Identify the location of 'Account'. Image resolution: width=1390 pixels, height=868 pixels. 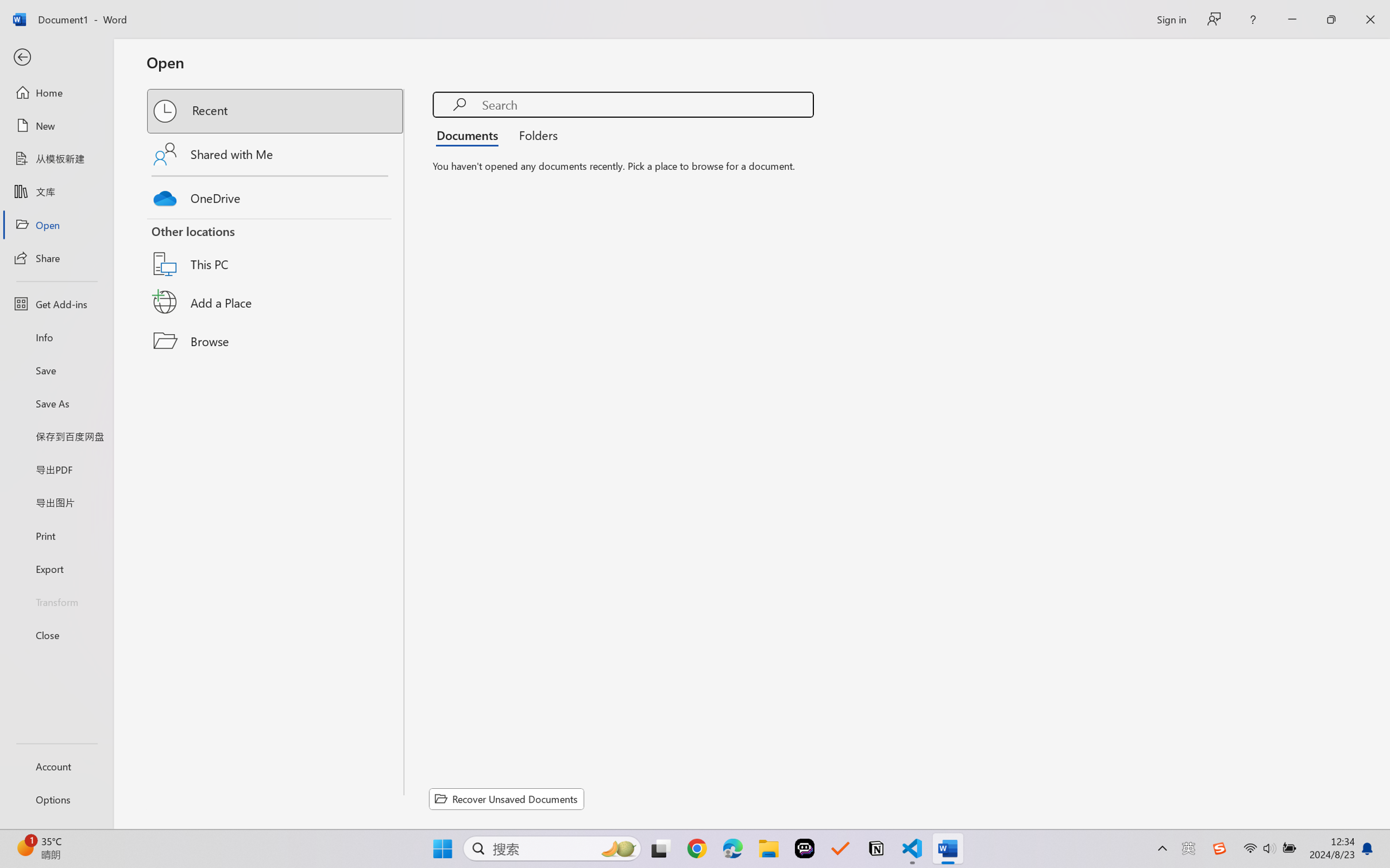
(56, 766).